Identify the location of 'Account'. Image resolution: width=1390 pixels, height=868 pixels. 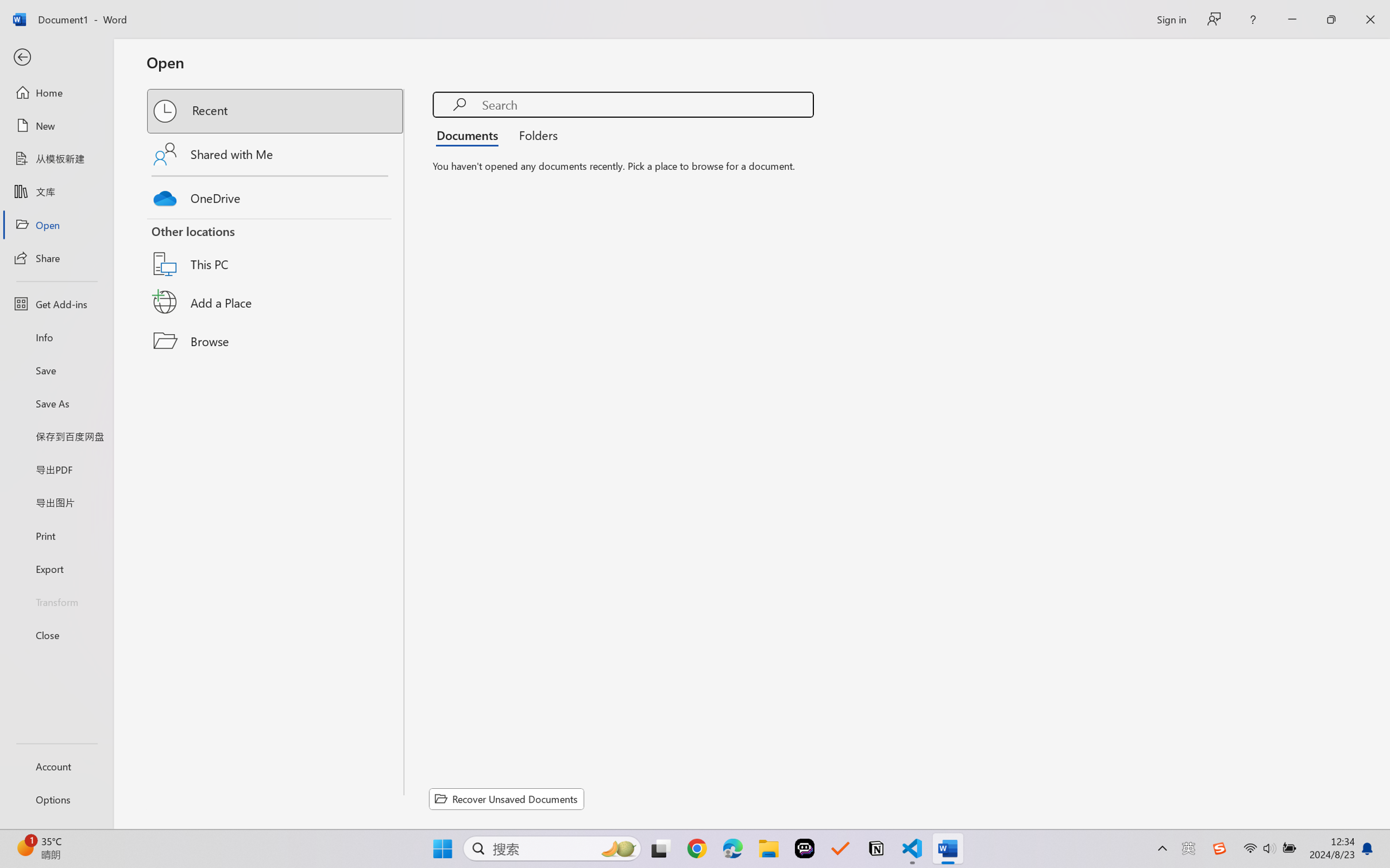
(56, 766).